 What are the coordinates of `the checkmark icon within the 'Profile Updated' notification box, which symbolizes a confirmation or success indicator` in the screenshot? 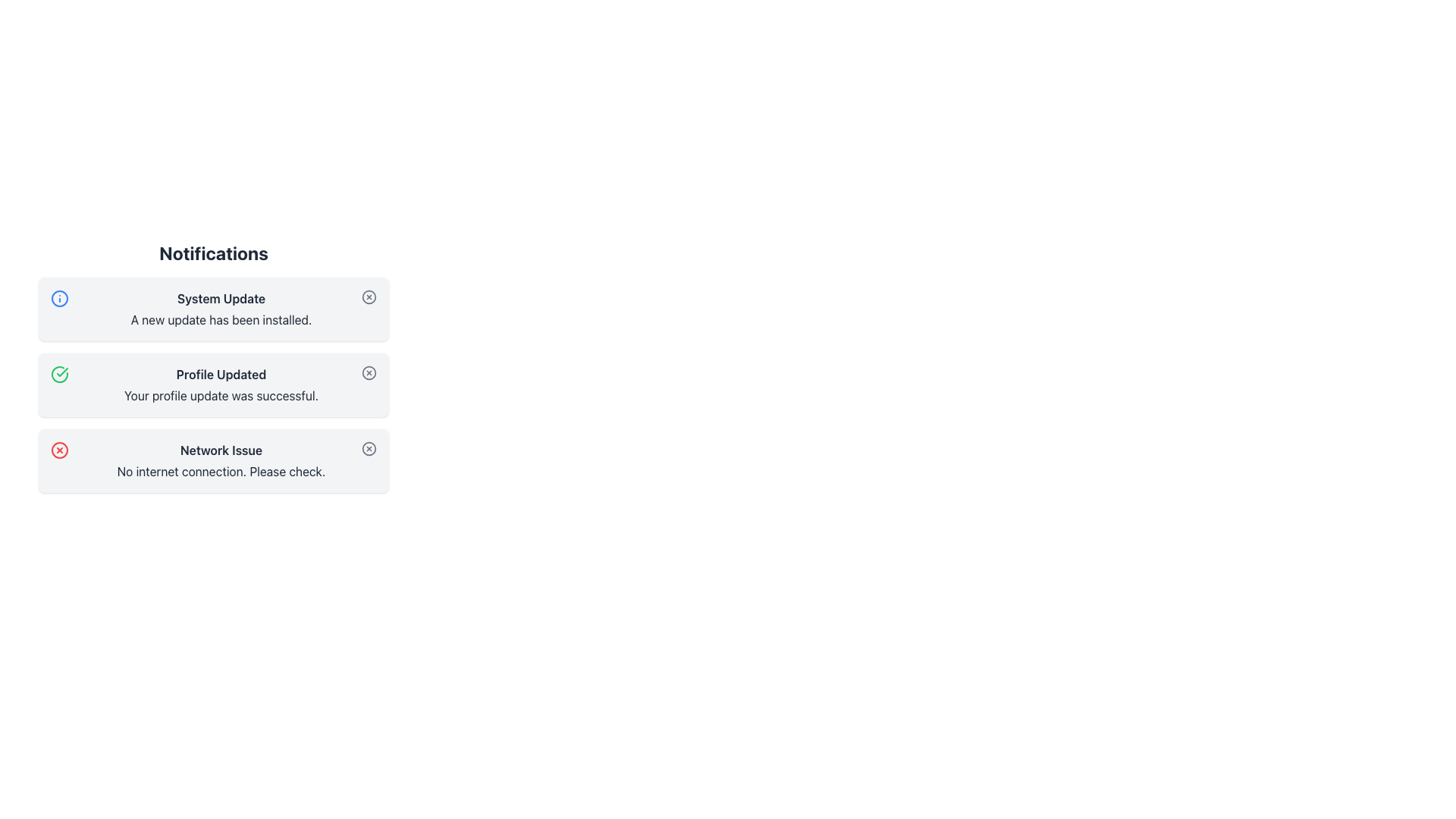 It's located at (61, 372).